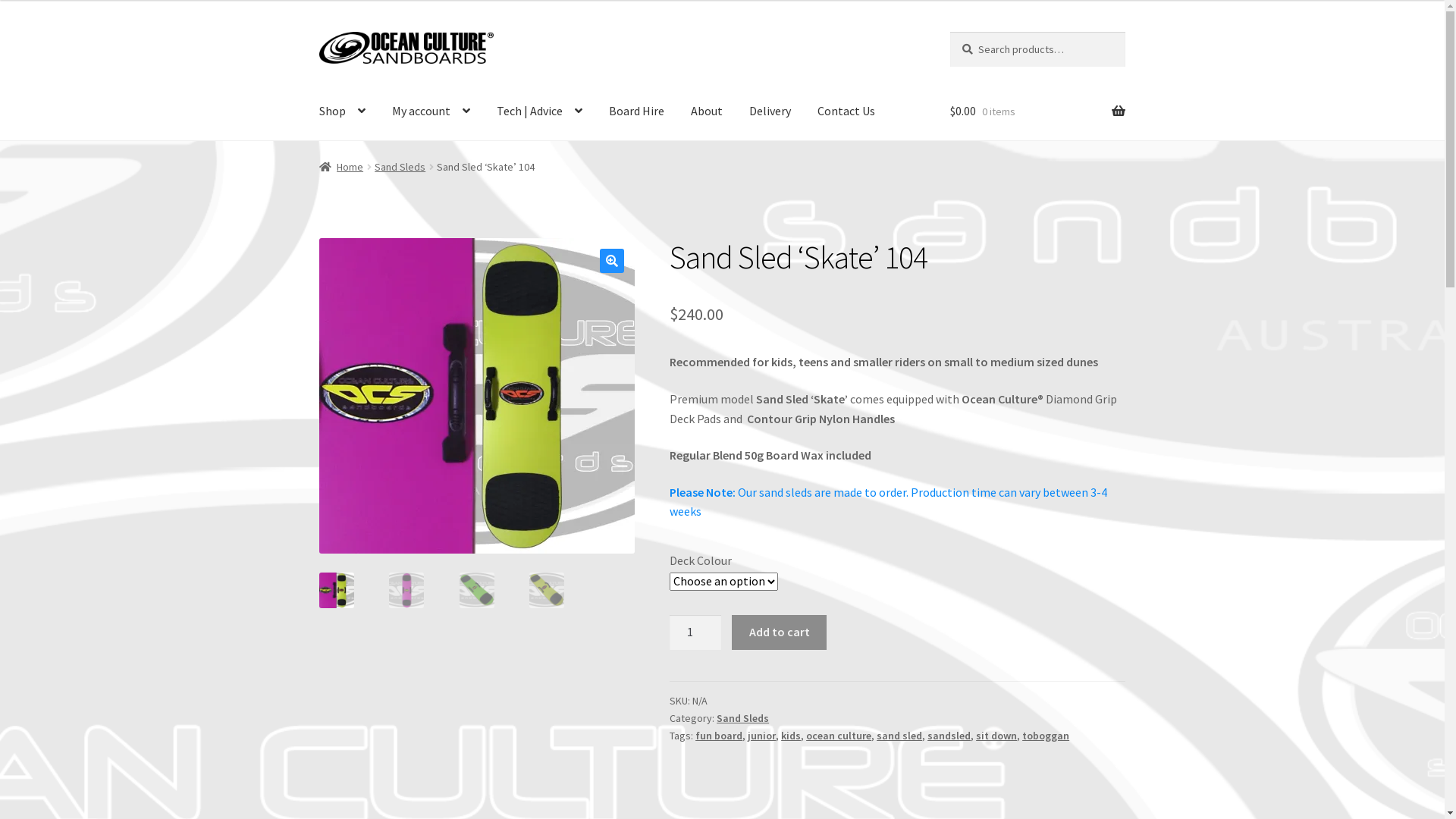 The width and height of the screenshot is (1456, 819). What do you see at coordinates (716, 717) in the screenshot?
I see `'Sand Sleds'` at bounding box center [716, 717].